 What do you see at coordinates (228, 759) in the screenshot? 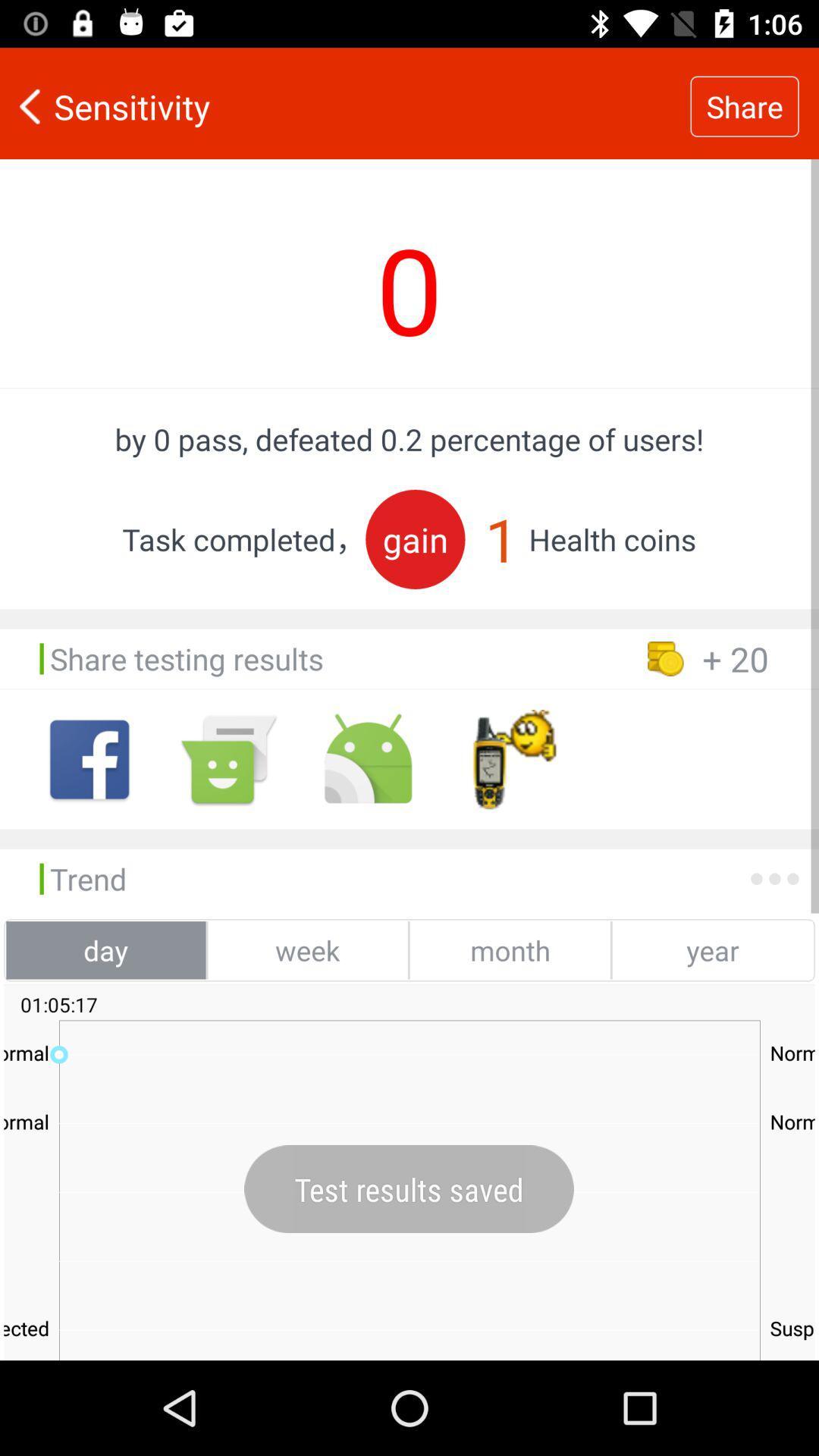
I see `message icon` at bounding box center [228, 759].